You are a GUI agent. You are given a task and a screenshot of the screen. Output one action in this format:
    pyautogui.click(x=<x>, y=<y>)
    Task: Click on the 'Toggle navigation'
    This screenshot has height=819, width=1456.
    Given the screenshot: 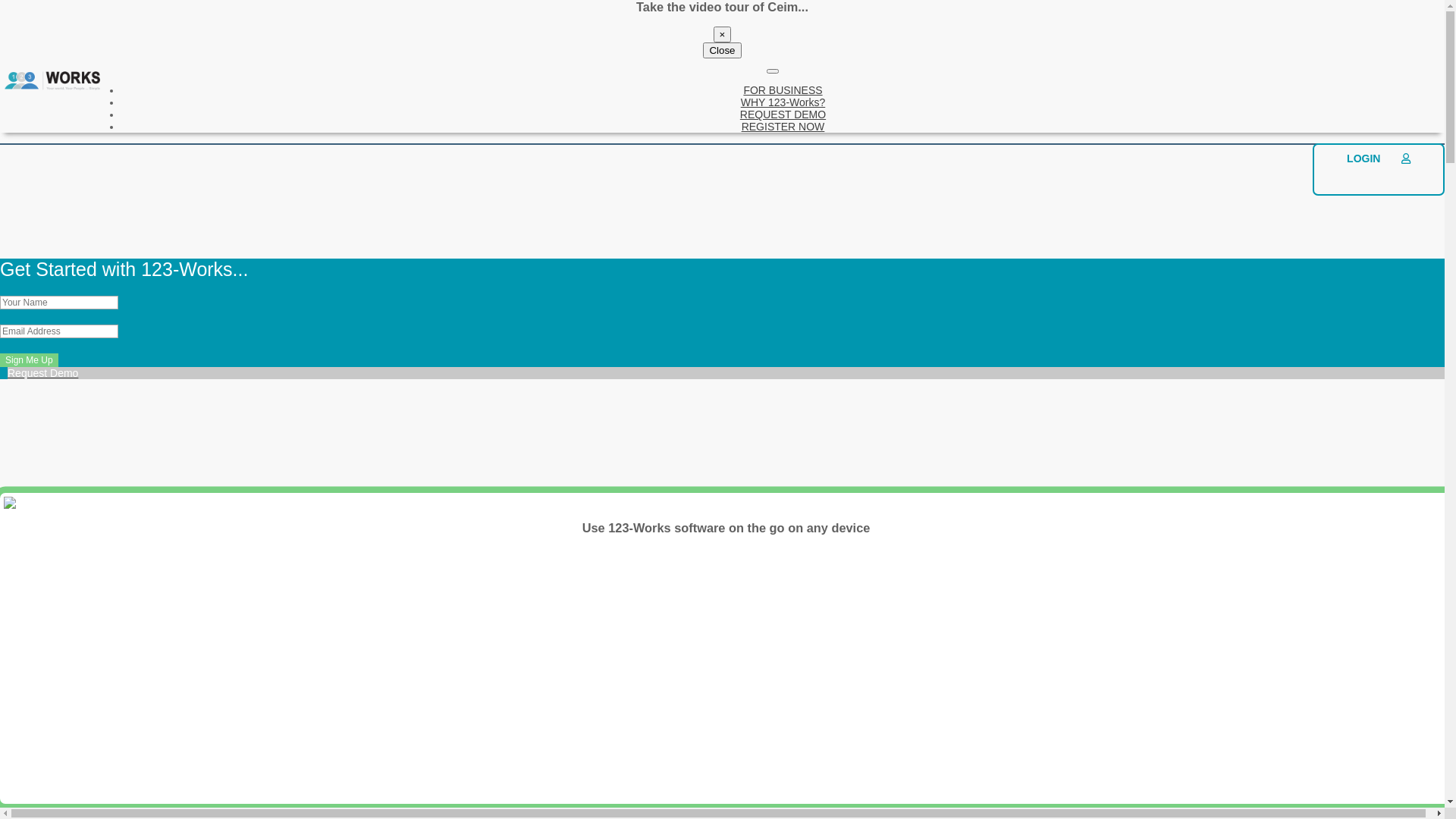 What is the action you would take?
    pyautogui.click(x=767, y=71)
    